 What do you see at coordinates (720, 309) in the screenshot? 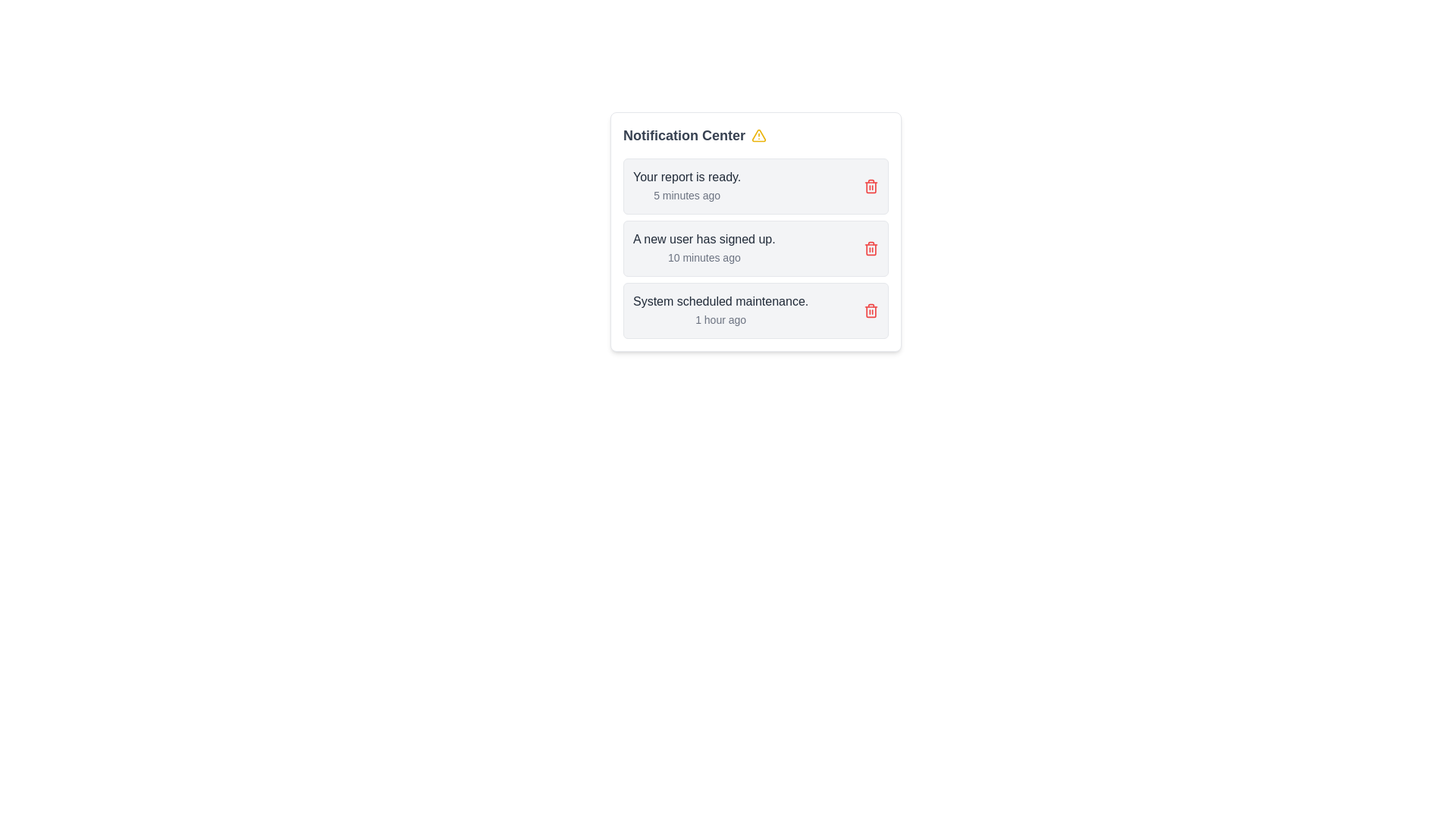
I see `the text block displaying a notification message about system maintenance, which is located in the third notification of the 'Notification Center' interface` at bounding box center [720, 309].